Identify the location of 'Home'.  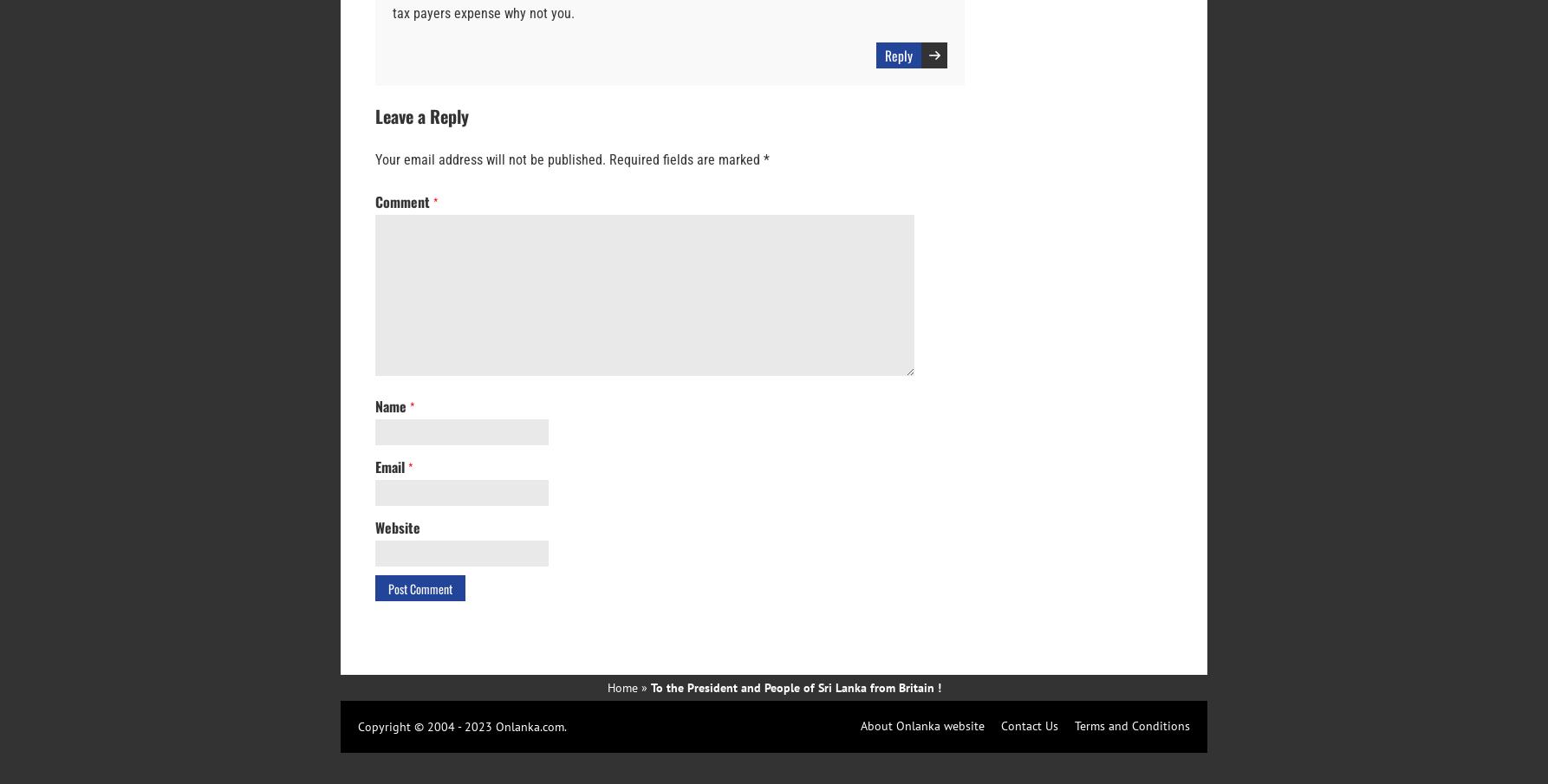
(606, 687).